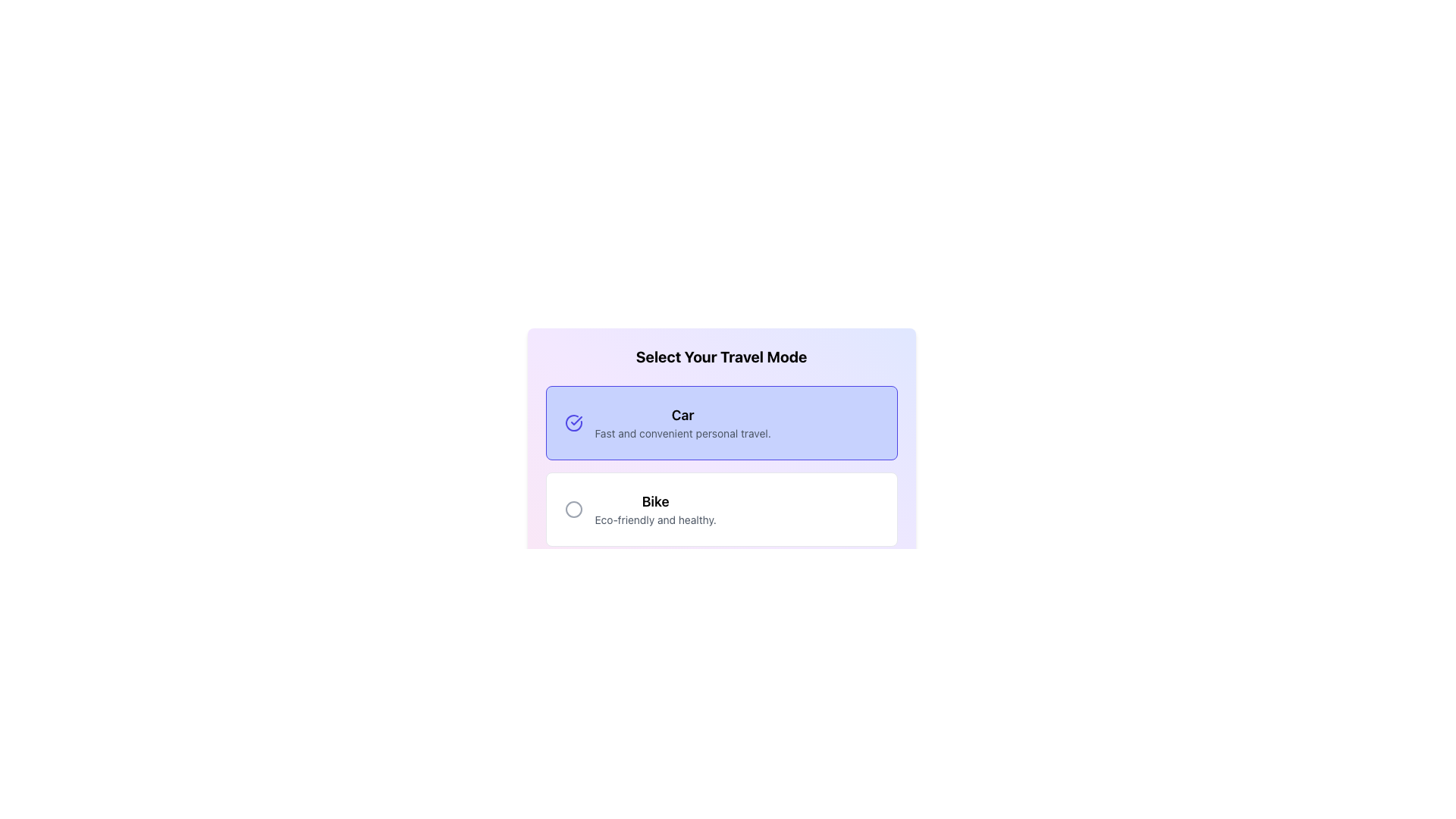 Image resolution: width=1456 pixels, height=819 pixels. I want to click on the Selectable Option Box labeled 'Bike', so click(720, 509).